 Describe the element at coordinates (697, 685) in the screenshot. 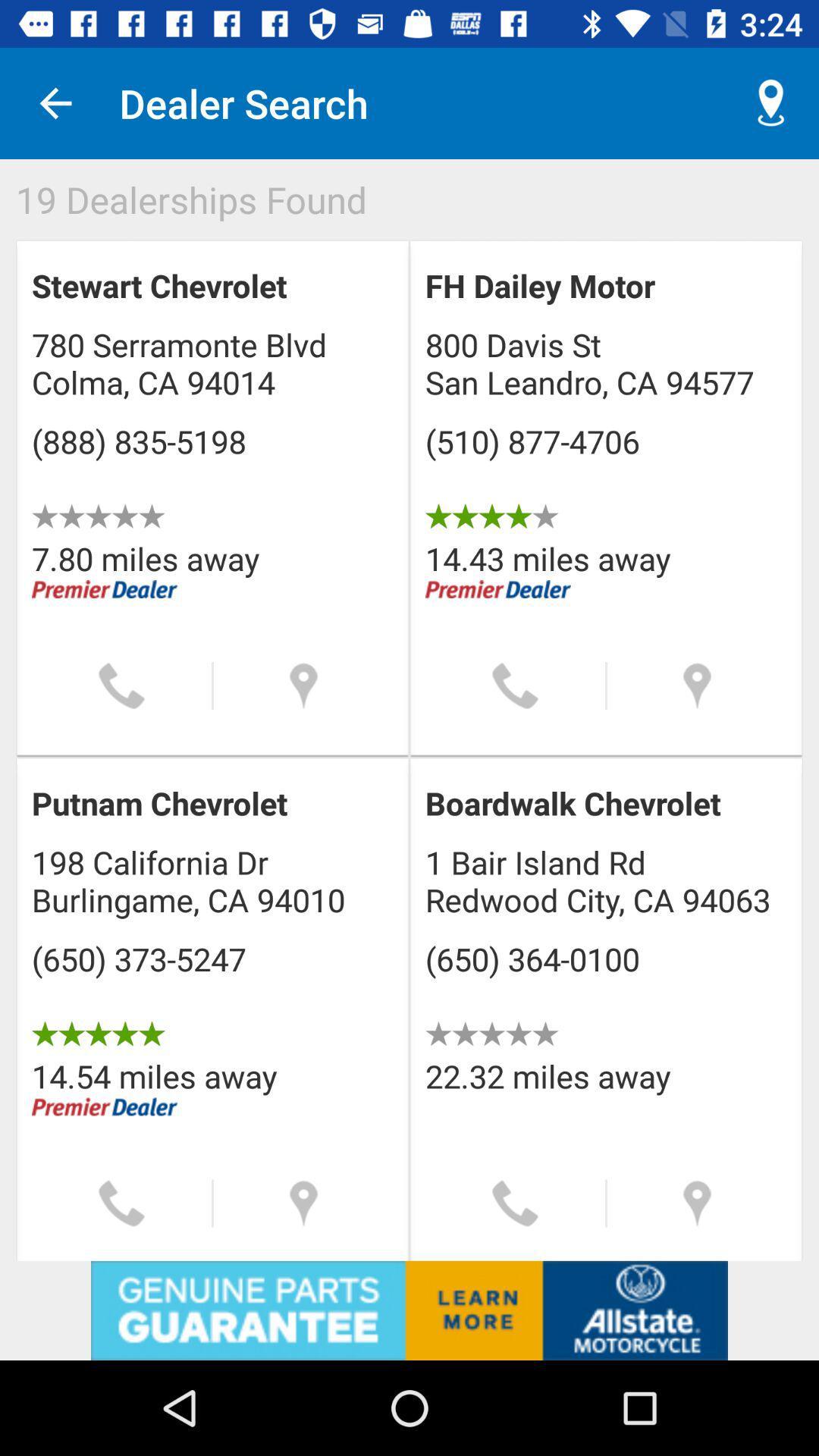

I see `find the location` at that location.